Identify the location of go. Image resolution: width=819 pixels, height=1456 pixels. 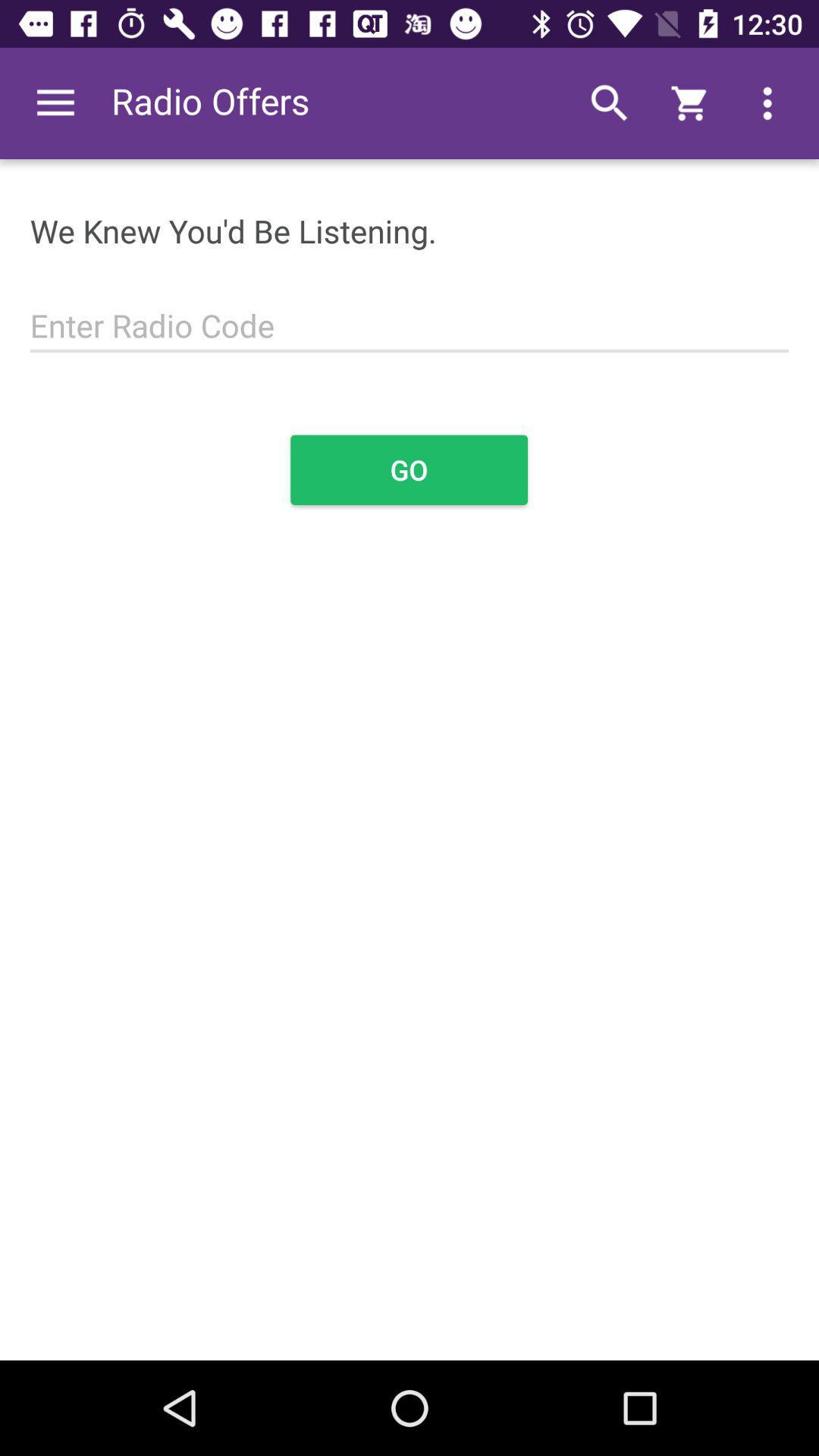
(408, 469).